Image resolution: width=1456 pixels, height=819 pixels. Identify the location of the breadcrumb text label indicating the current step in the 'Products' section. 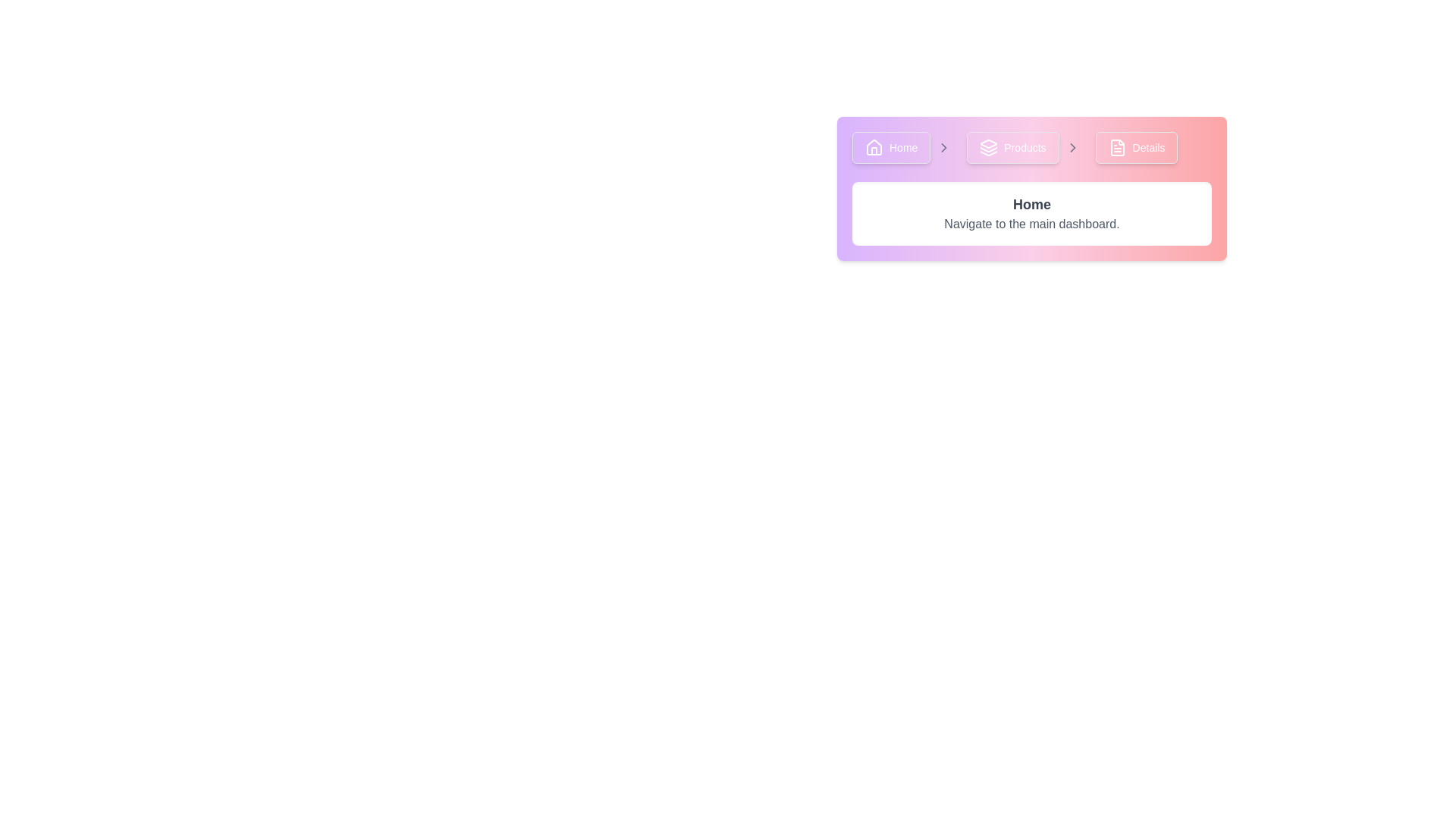
(1025, 148).